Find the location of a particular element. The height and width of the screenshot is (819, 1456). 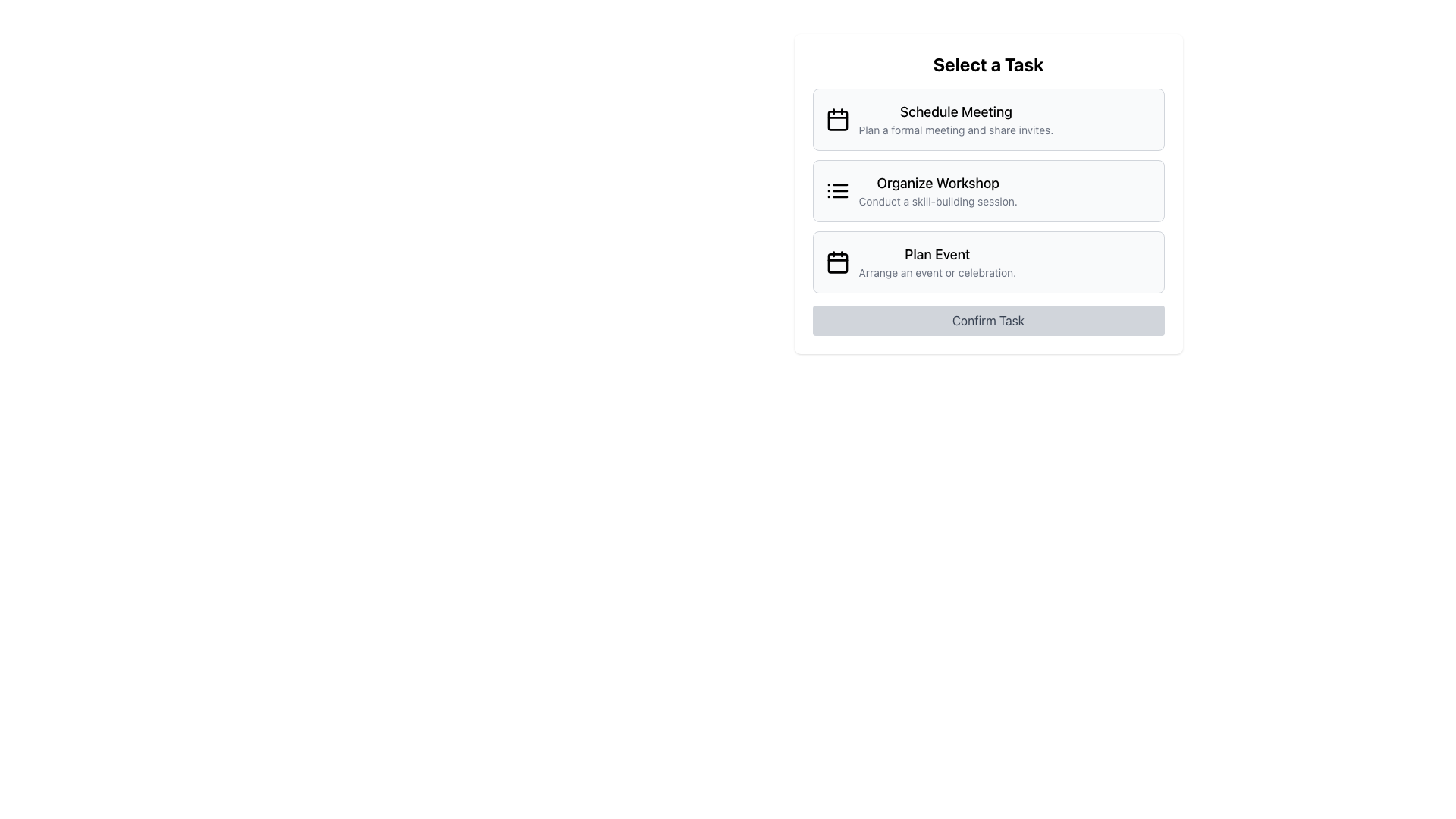

the 'Schedule Meeting' card option, which is a rectangular card with a light gray background and the heading 'Schedule Meeting' in bold is located at coordinates (988, 119).